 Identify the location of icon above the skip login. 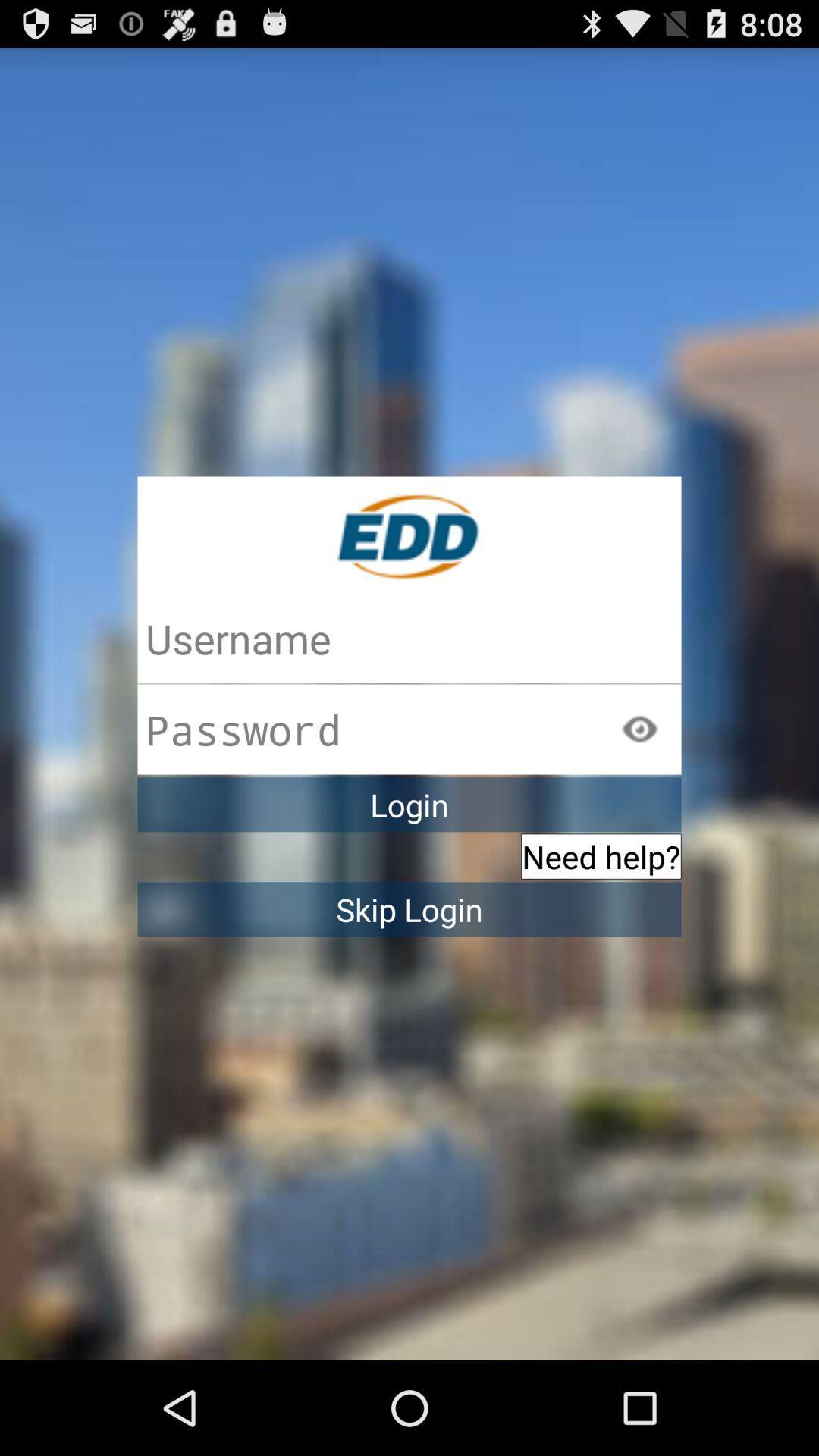
(600, 856).